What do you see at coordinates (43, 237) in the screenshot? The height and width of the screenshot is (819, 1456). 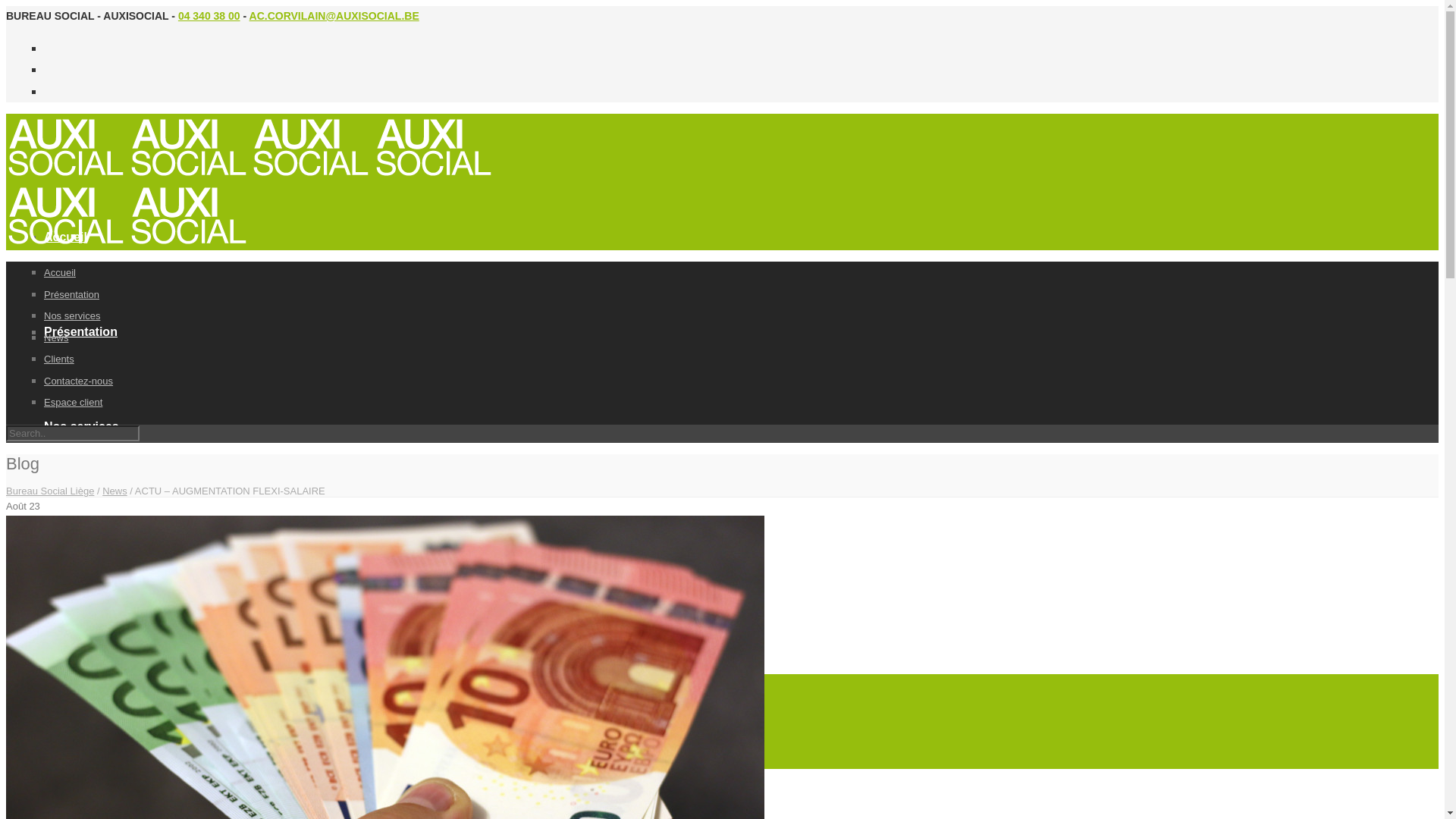 I see `'Accueil'` at bounding box center [43, 237].